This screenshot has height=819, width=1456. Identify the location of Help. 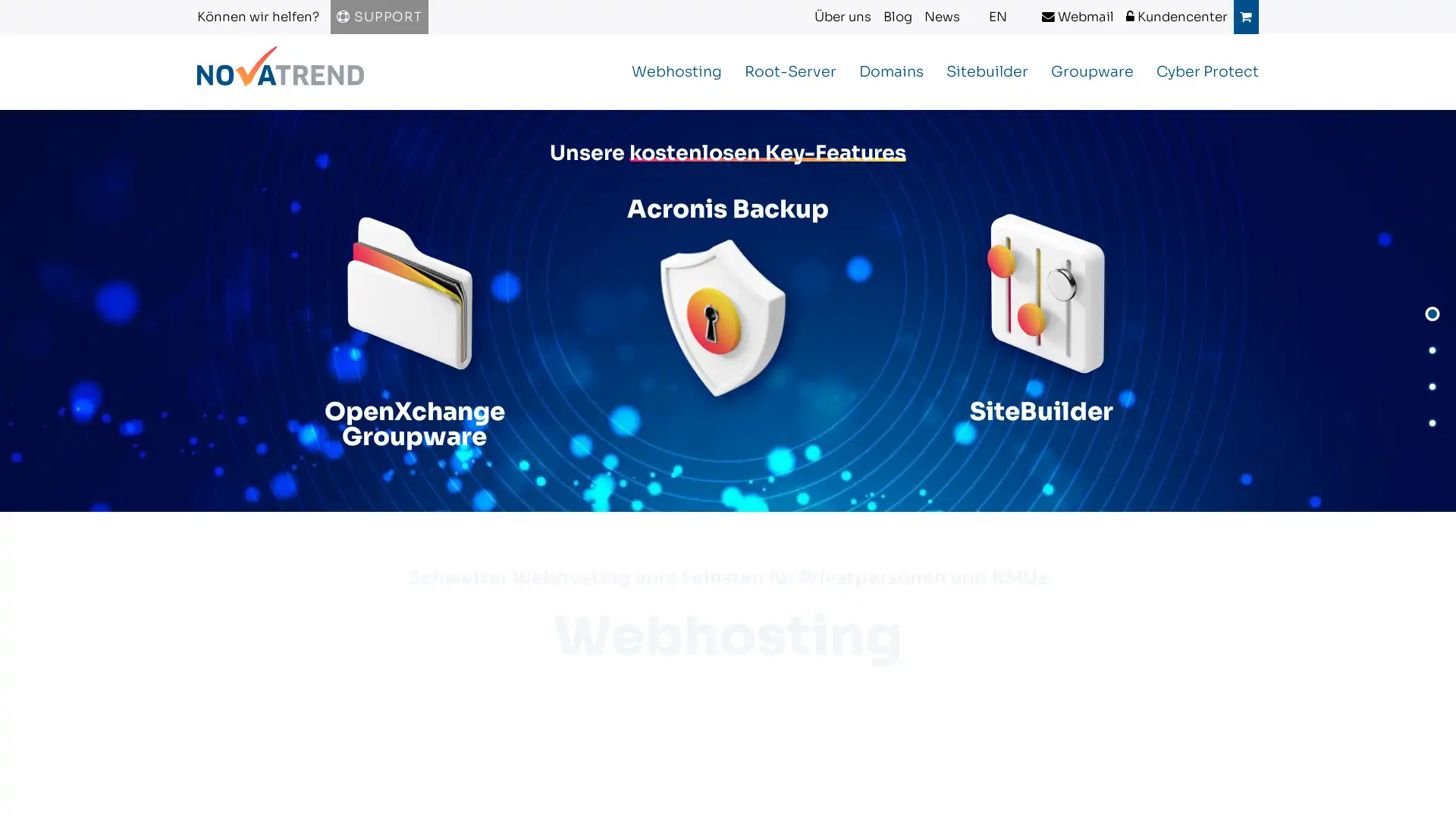
(45, 786).